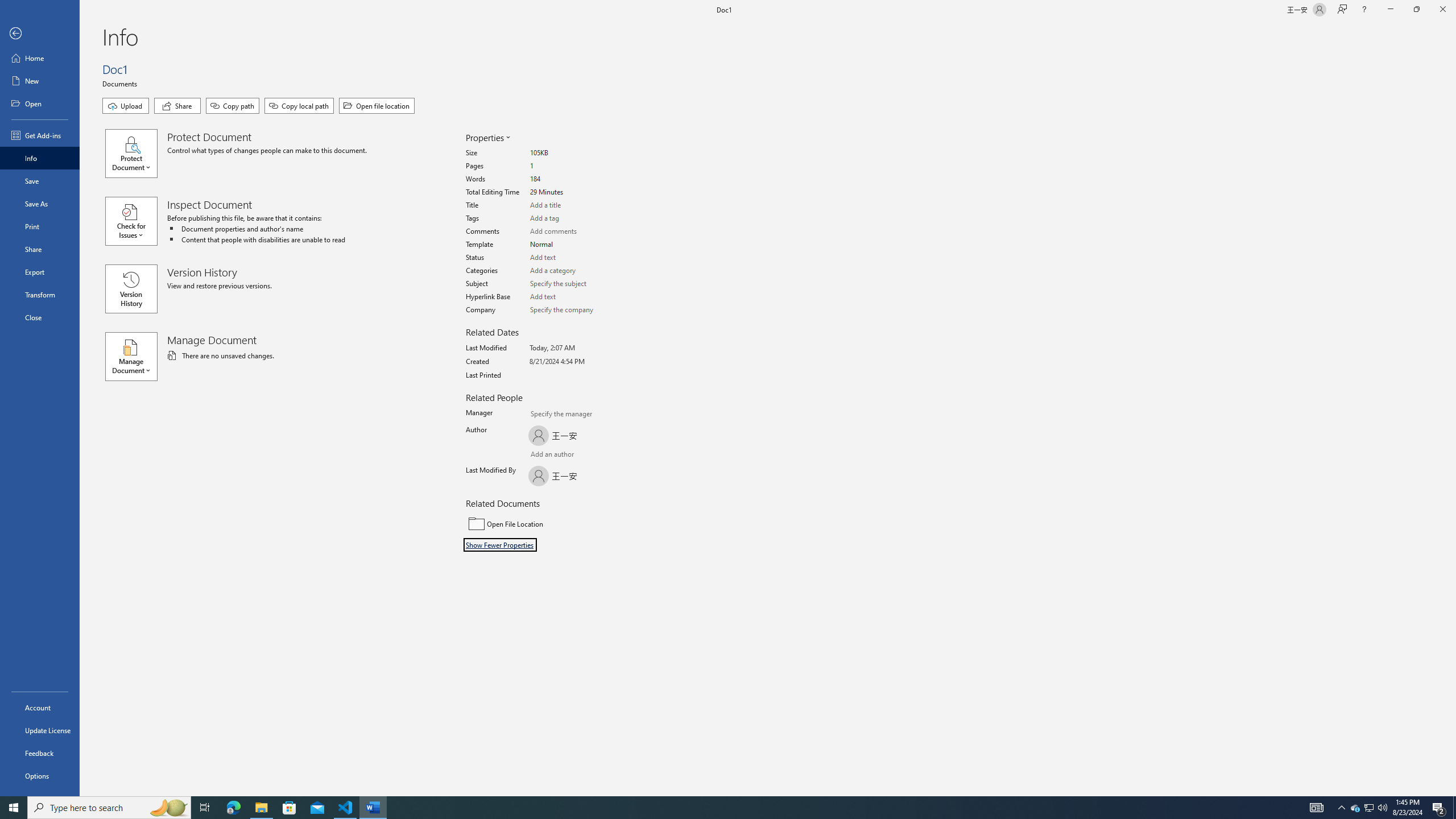  I want to click on 'Properties', so click(487, 137).